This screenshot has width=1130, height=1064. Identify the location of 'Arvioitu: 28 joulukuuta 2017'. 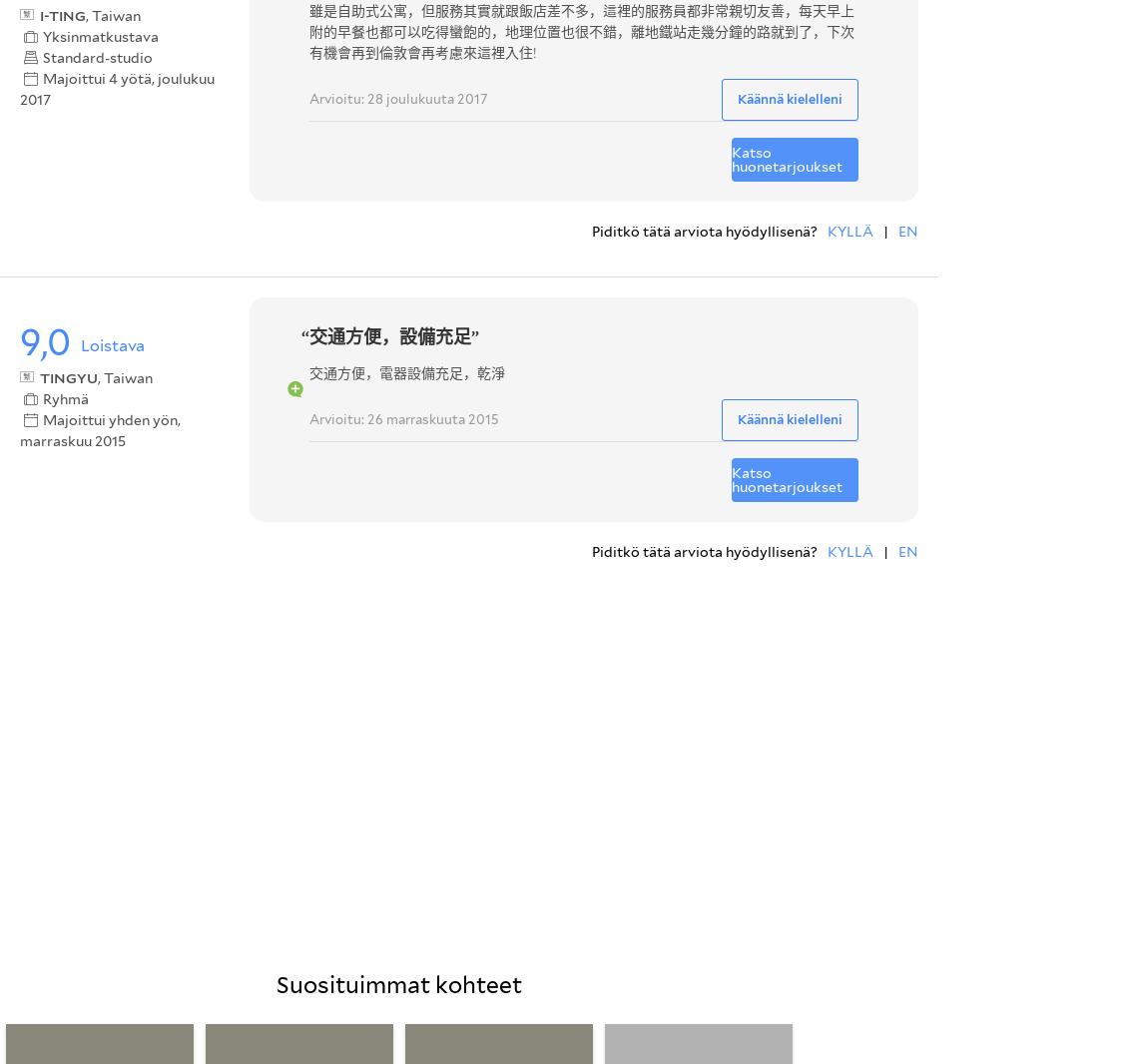
(397, 97).